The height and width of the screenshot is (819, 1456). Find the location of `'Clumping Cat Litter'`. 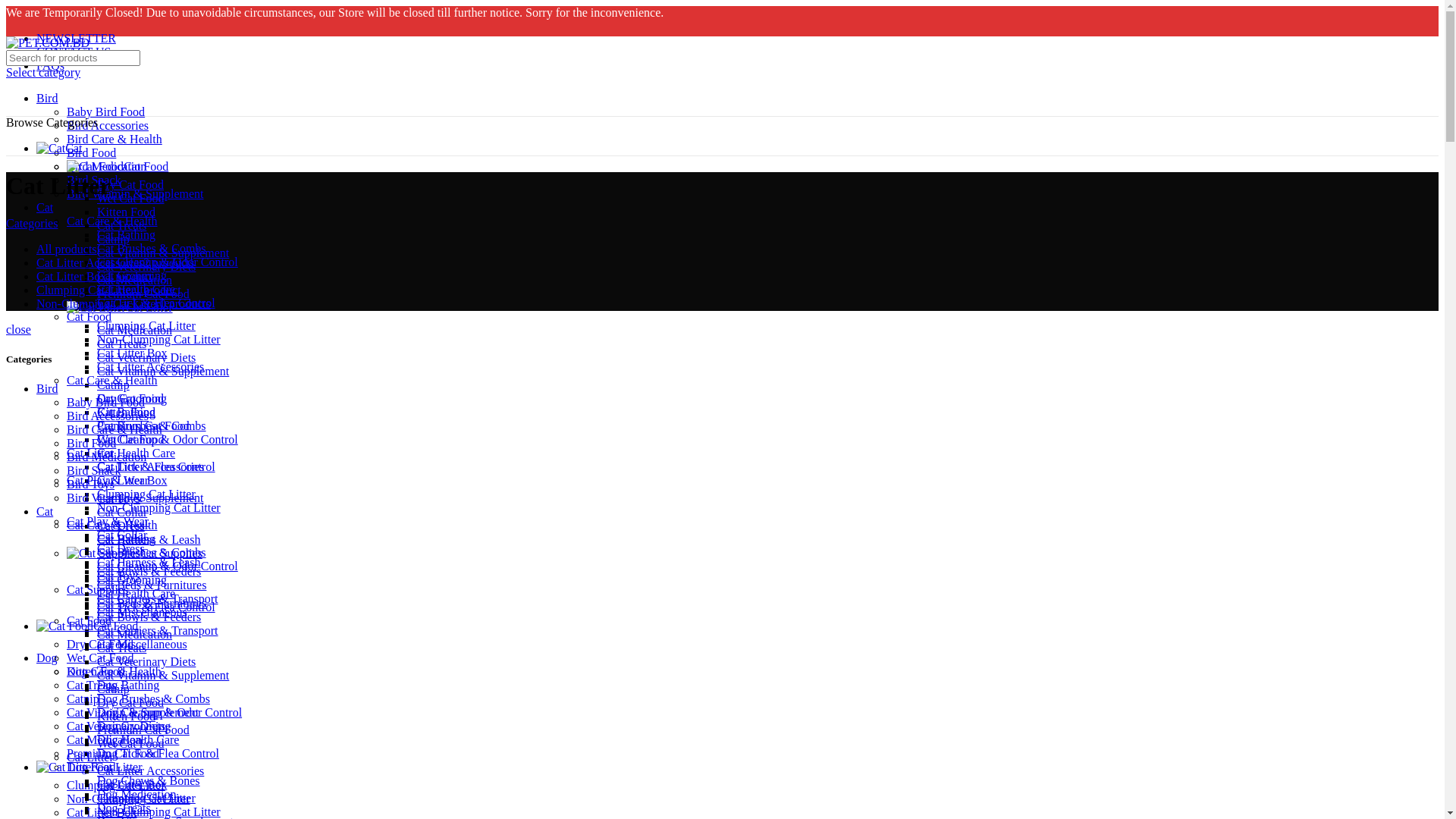

'Clumping Cat Litter' is located at coordinates (115, 785).